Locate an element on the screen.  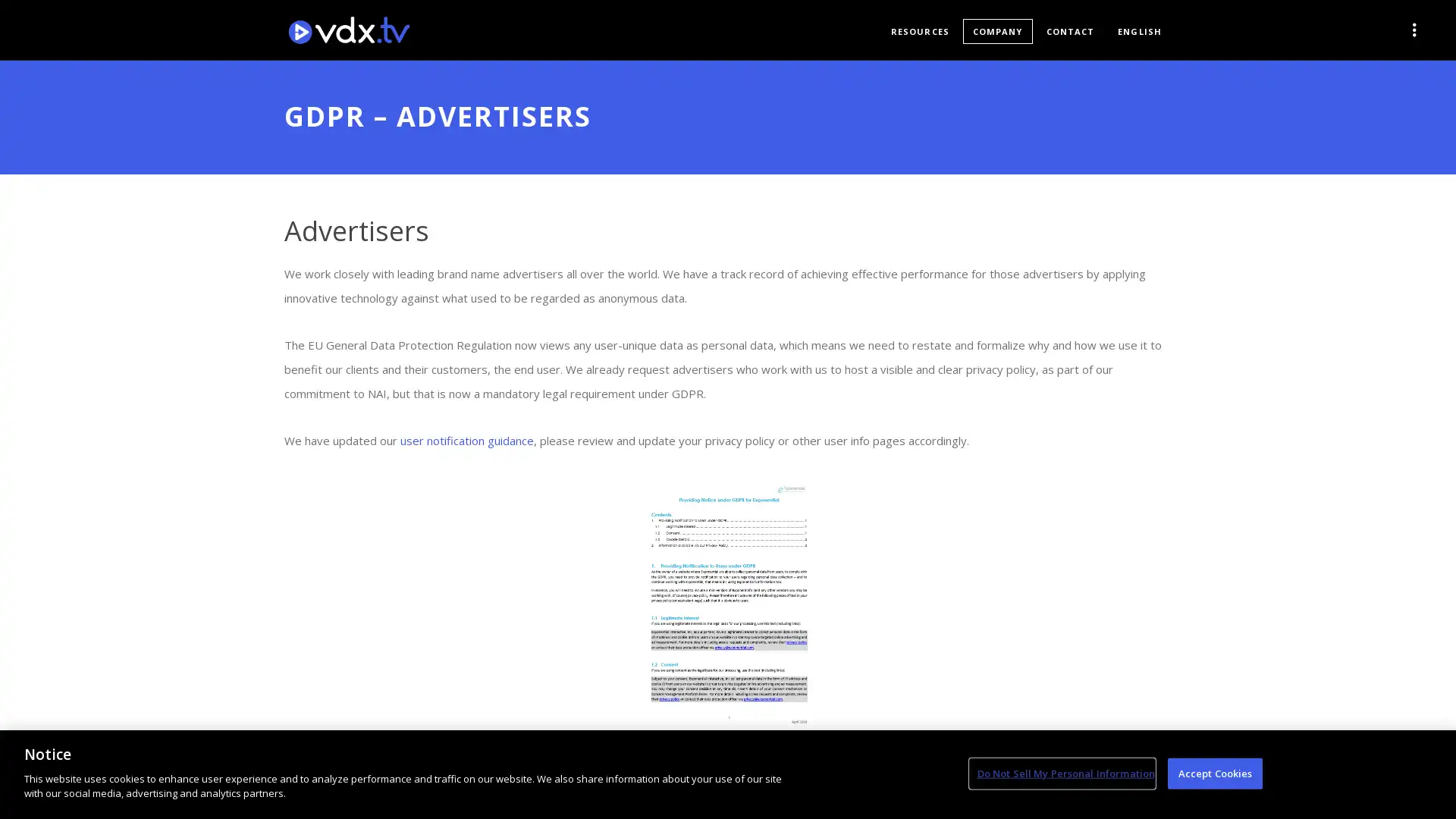
Accept Cookies is located at coordinates (1215, 773).